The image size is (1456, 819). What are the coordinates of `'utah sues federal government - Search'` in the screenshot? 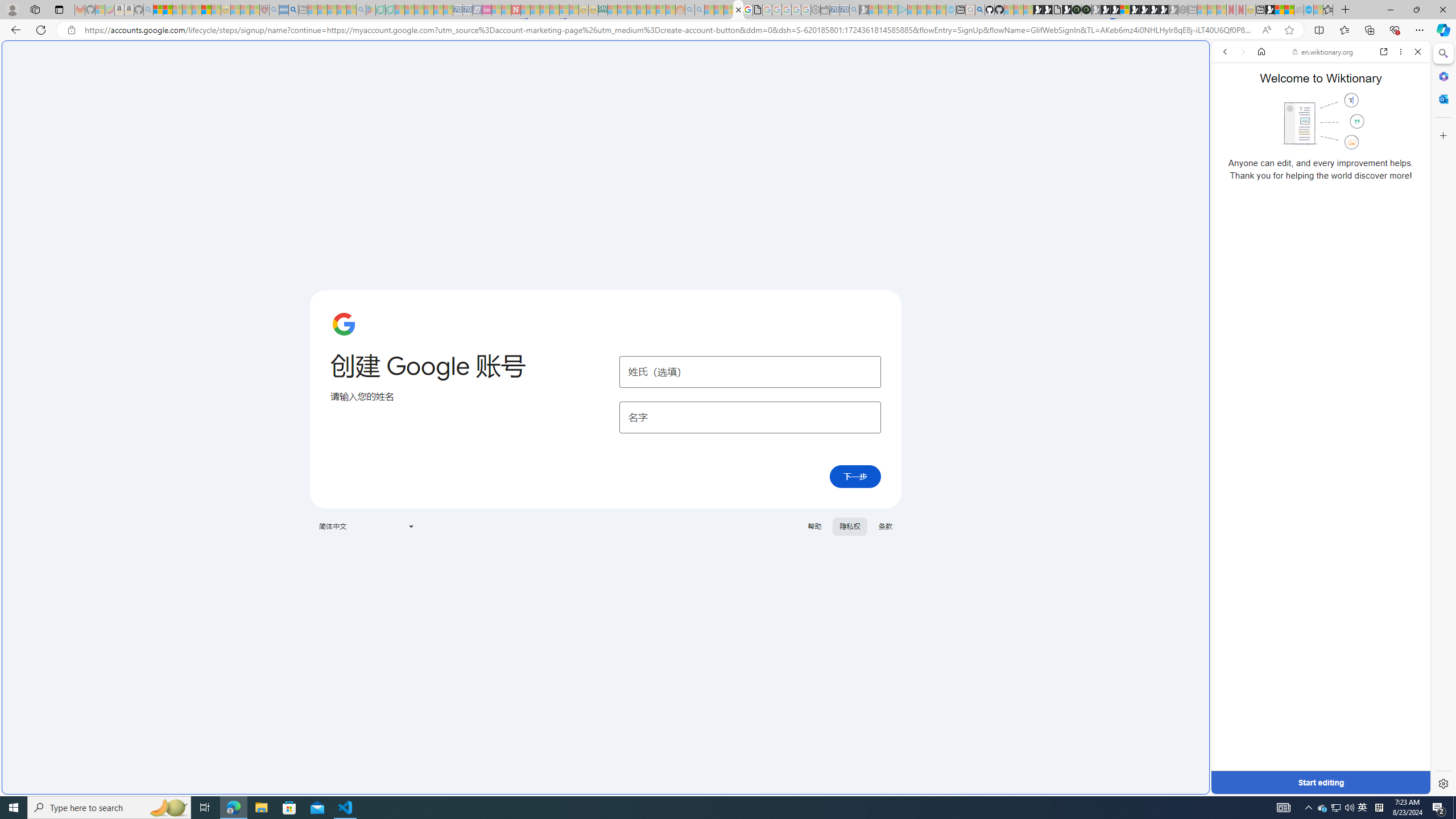 It's located at (923, 388).